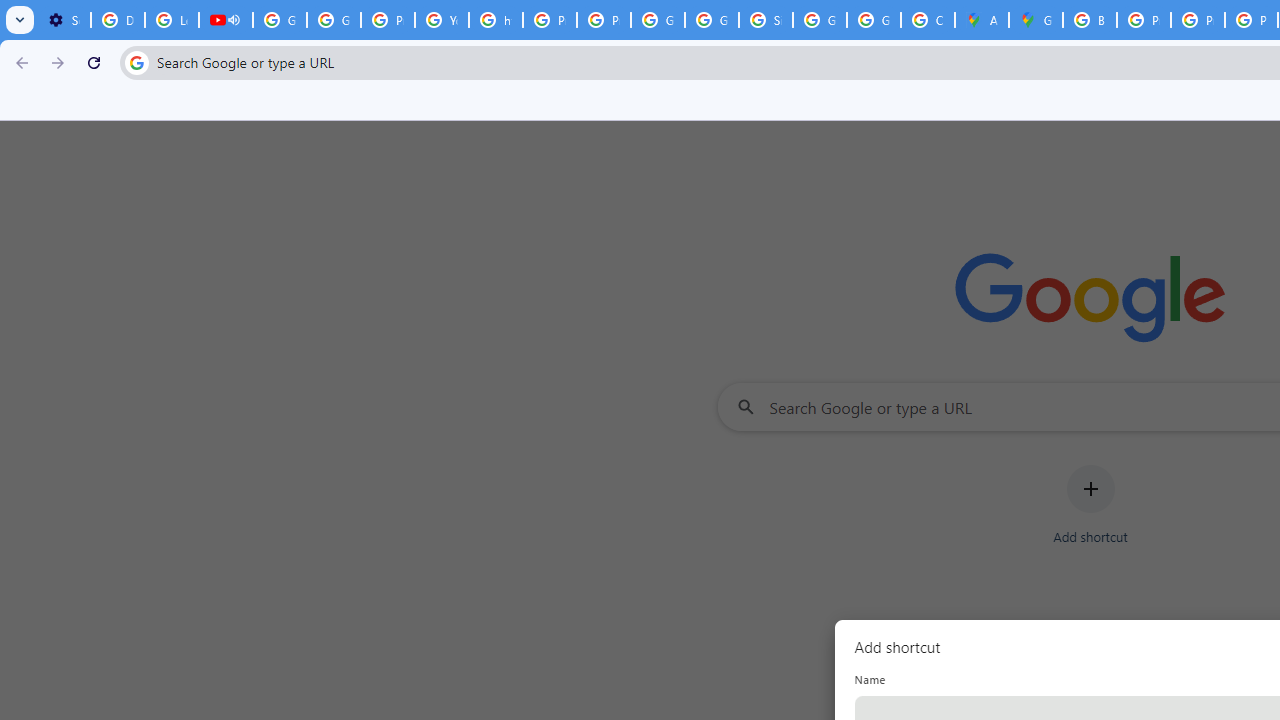 This screenshot has width=1280, height=720. What do you see at coordinates (1036, 20) in the screenshot?
I see `'Google Maps'` at bounding box center [1036, 20].